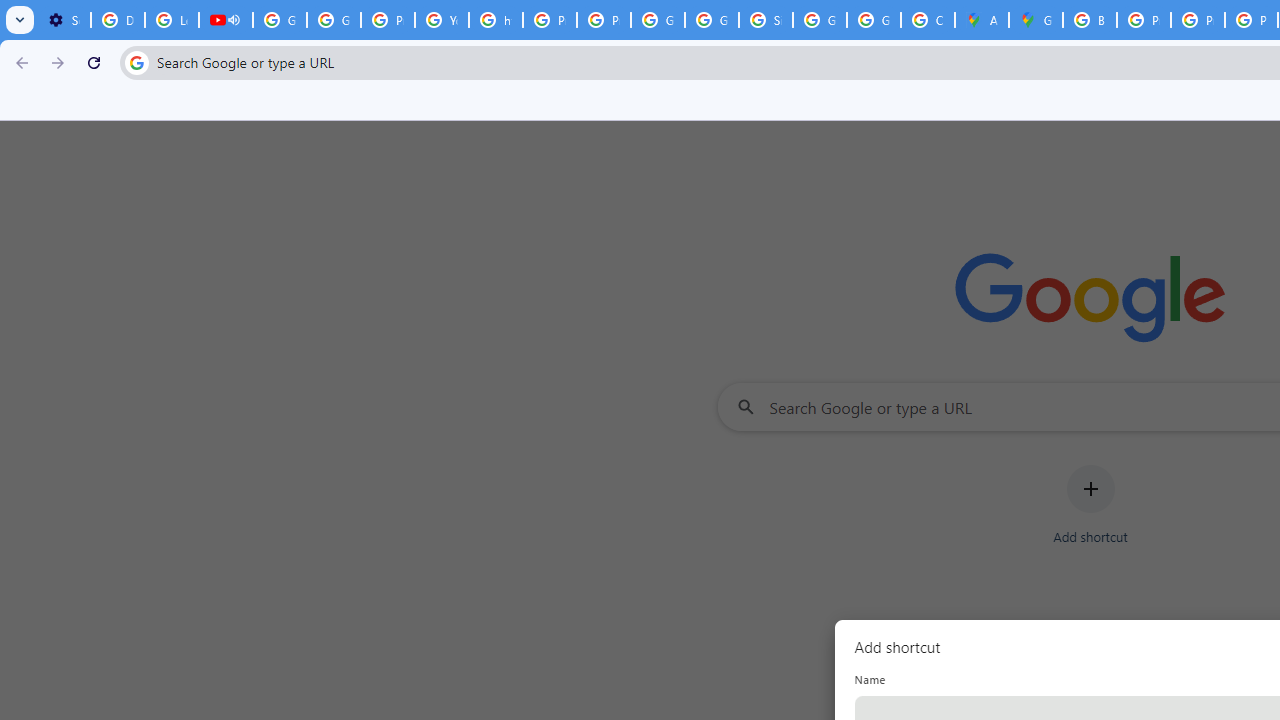 This screenshot has width=1280, height=720. What do you see at coordinates (1036, 20) in the screenshot?
I see `'Google Maps'` at bounding box center [1036, 20].